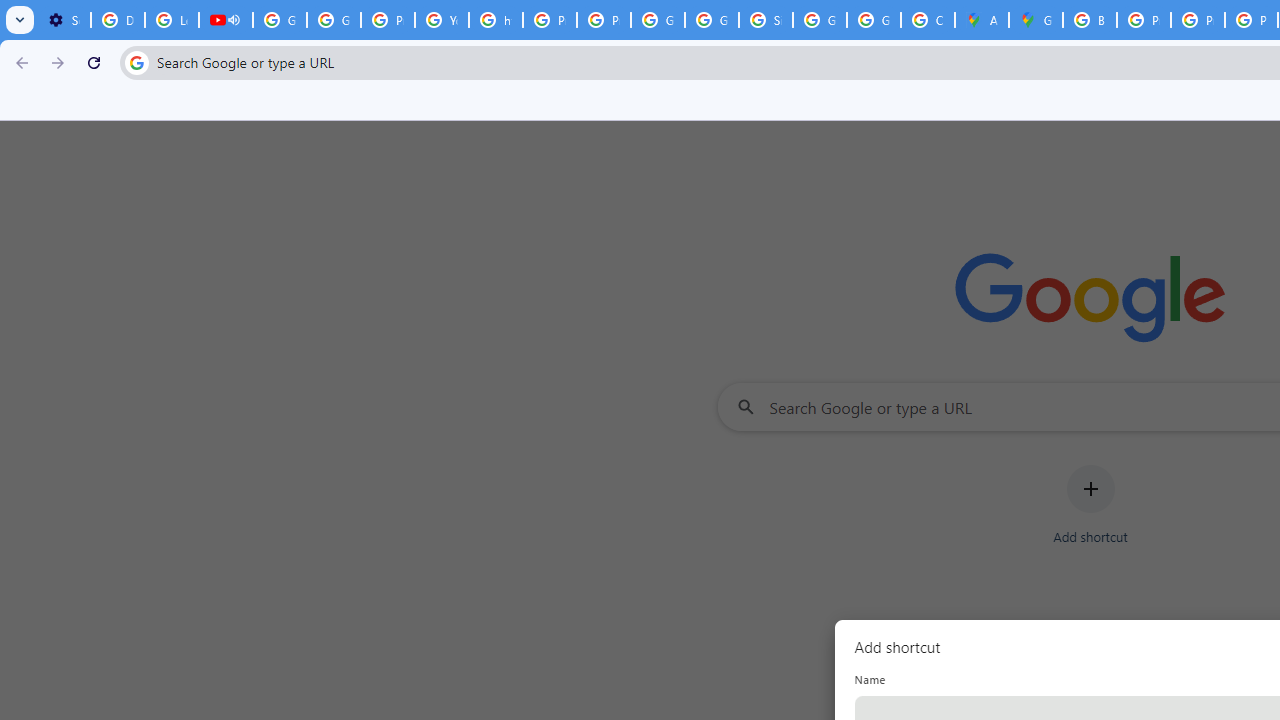 This screenshot has width=1280, height=720. What do you see at coordinates (1036, 20) in the screenshot?
I see `'Google Maps'` at bounding box center [1036, 20].